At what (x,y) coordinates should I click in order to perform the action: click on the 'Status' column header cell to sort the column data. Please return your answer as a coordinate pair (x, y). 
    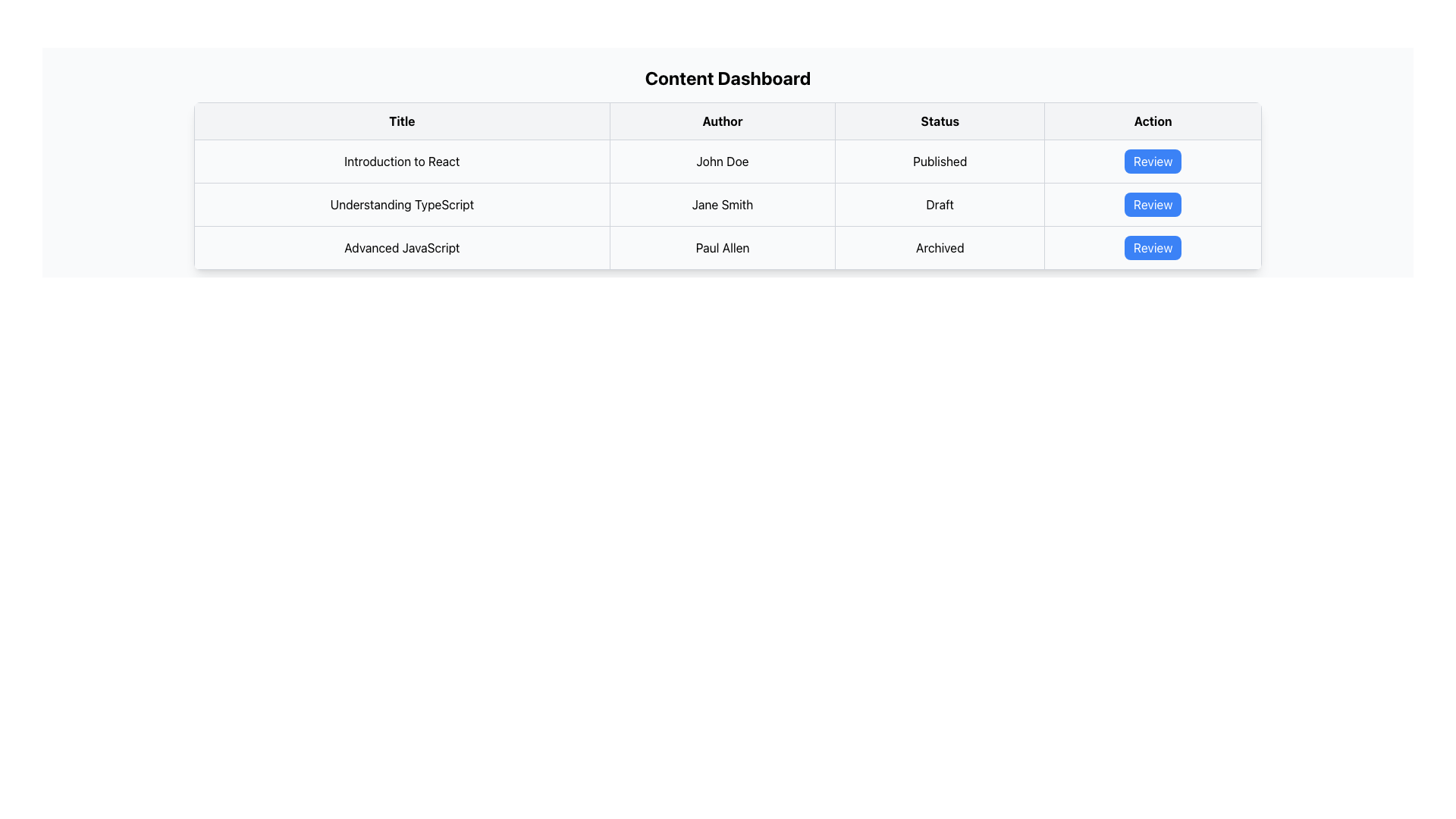
    Looking at the image, I should click on (938, 120).